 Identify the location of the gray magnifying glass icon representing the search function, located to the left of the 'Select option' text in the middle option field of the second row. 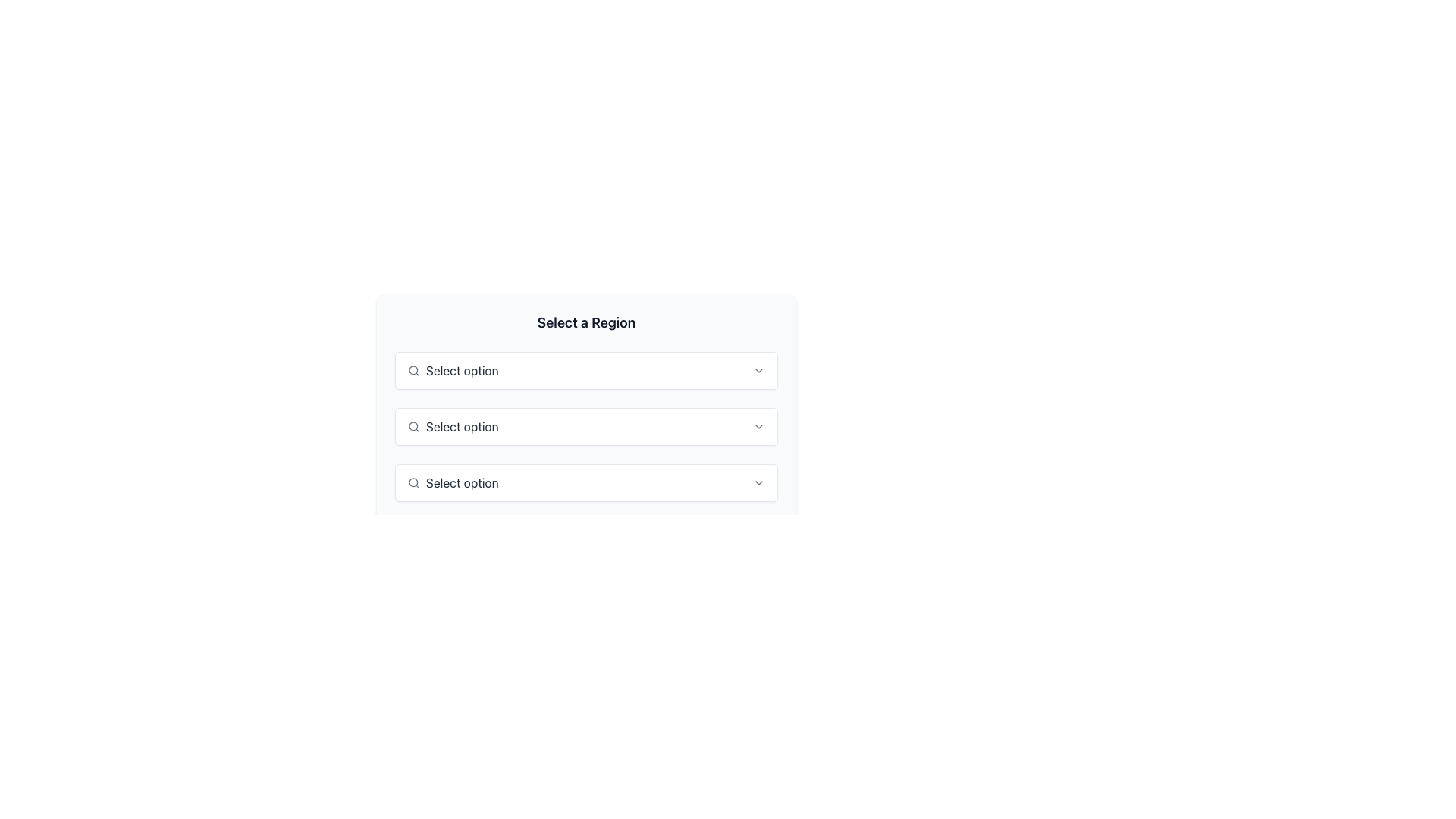
(414, 427).